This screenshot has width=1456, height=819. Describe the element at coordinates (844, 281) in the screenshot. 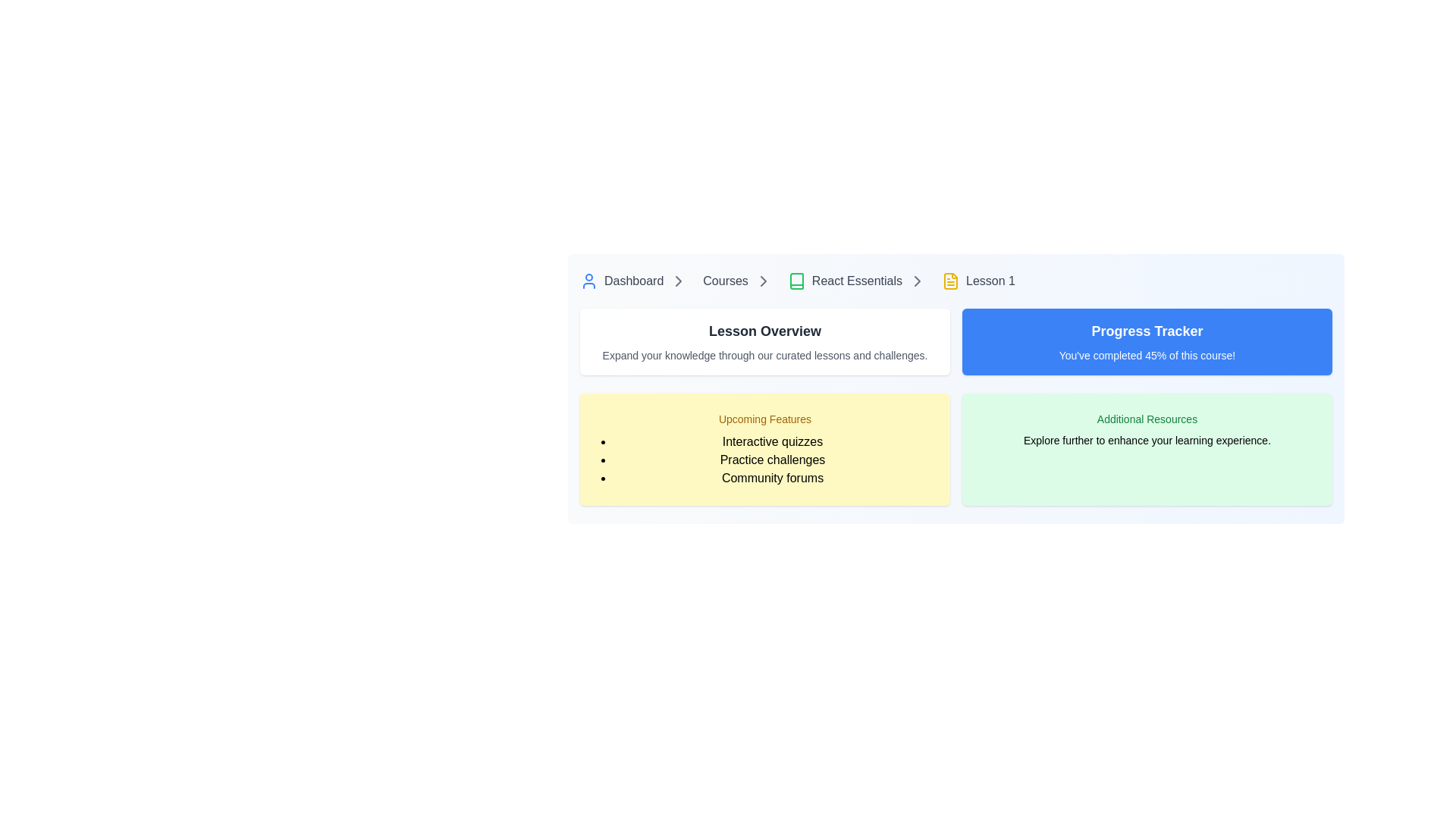

I see `the 'React Essentials' hyperlink in the breadcrumb navigation bar` at that location.